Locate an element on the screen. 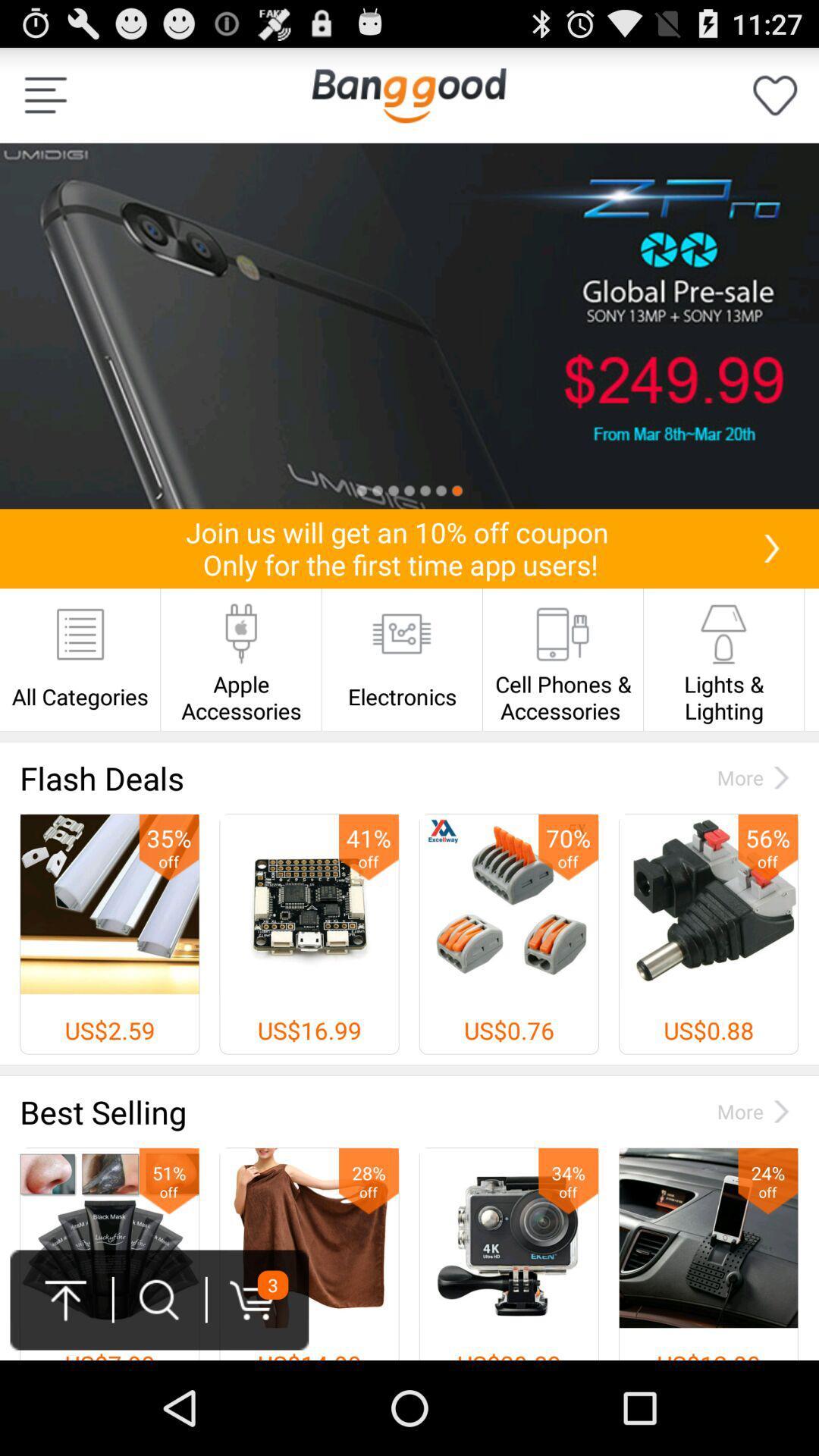 This screenshot has height=1456, width=819. the icon above apple accessories is located at coordinates (240, 633).